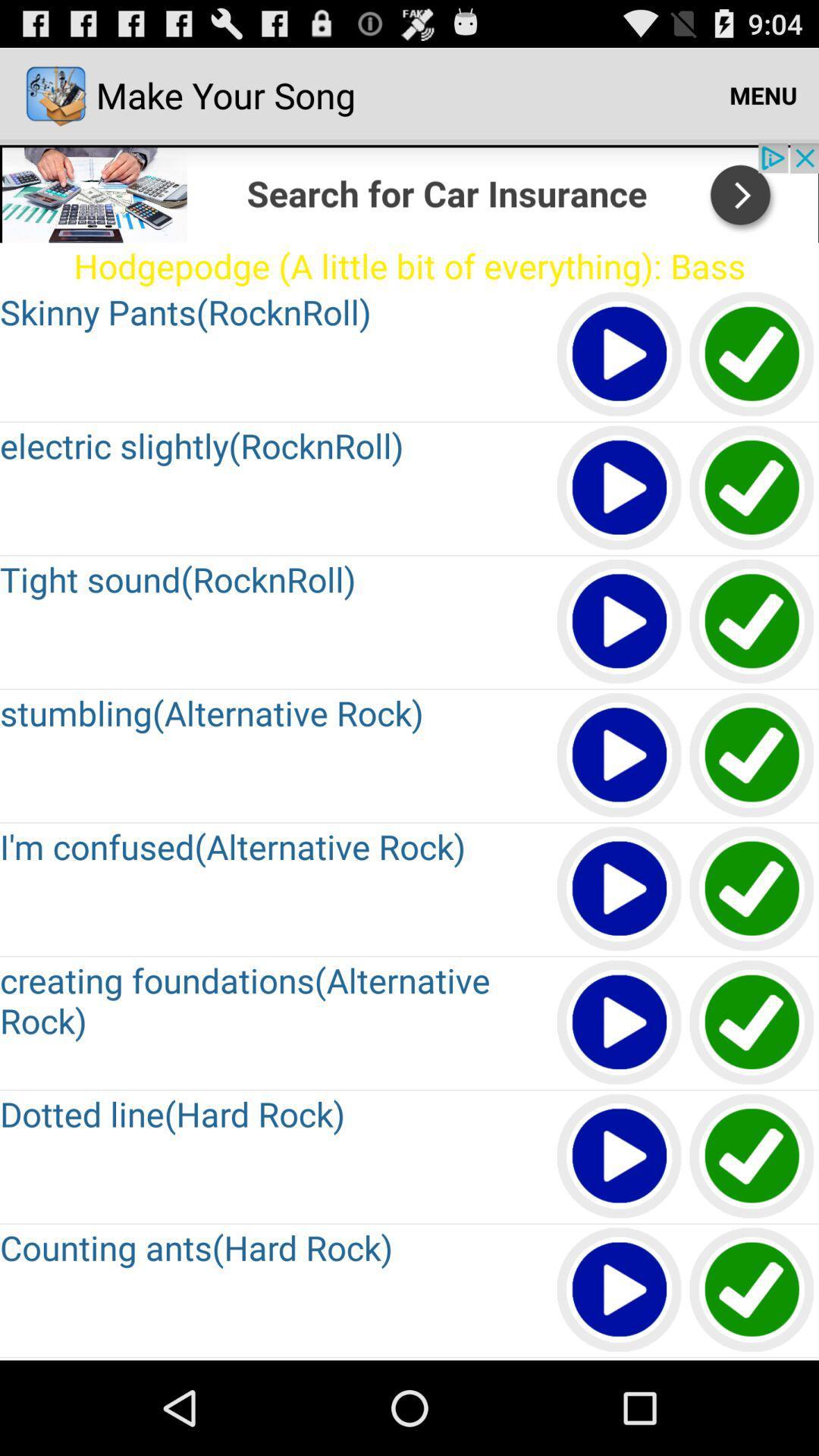 Image resolution: width=819 pixels, height=1456 pixels. What do you see at coordinates (620, 622) in the screenshot?
I see `the media file` at bounding box center [620, 622].